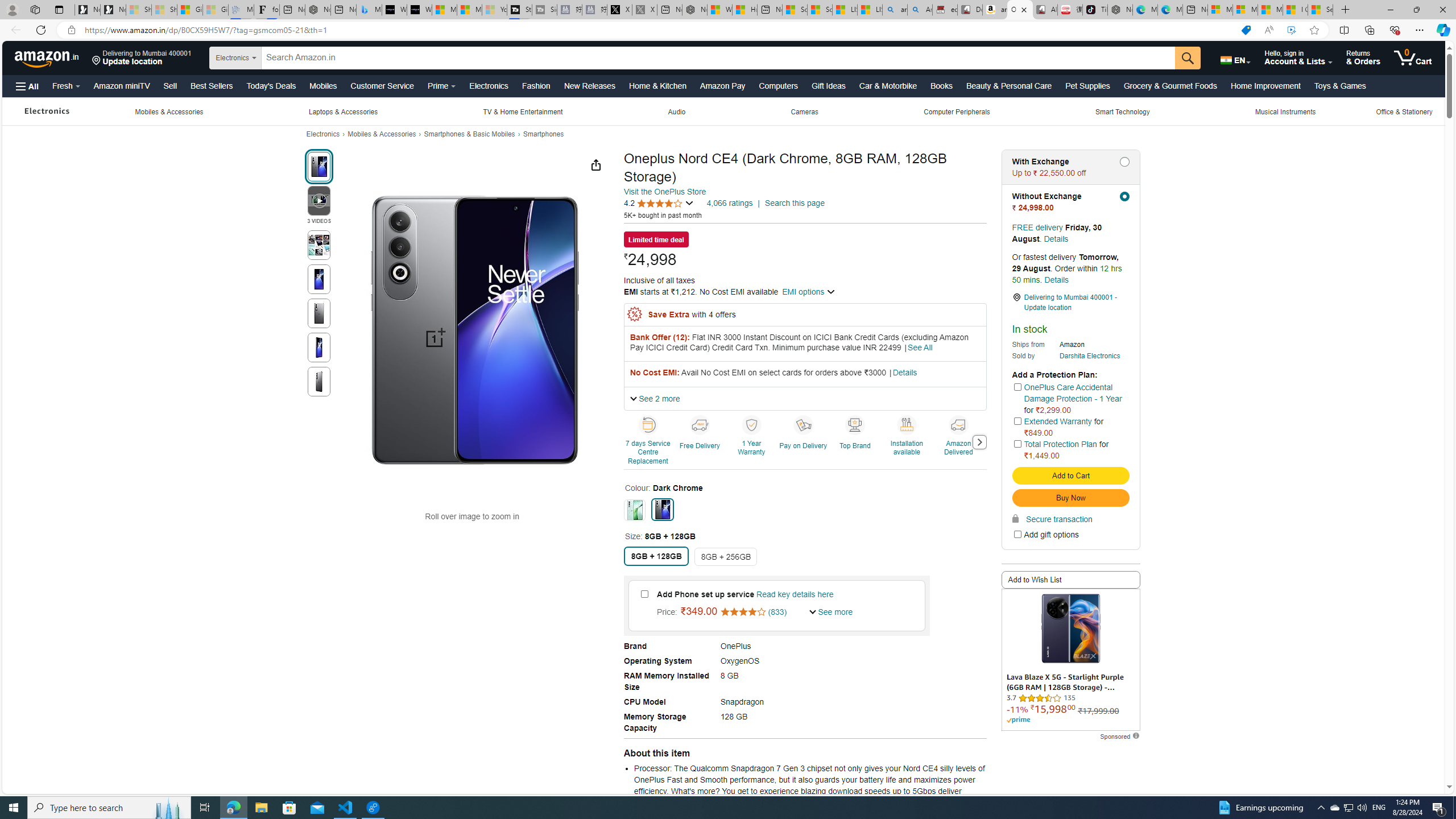  Describe the element at coordinates (113, 9) in the screenshot. I see `'Newsletter Sign Up'` at that location.